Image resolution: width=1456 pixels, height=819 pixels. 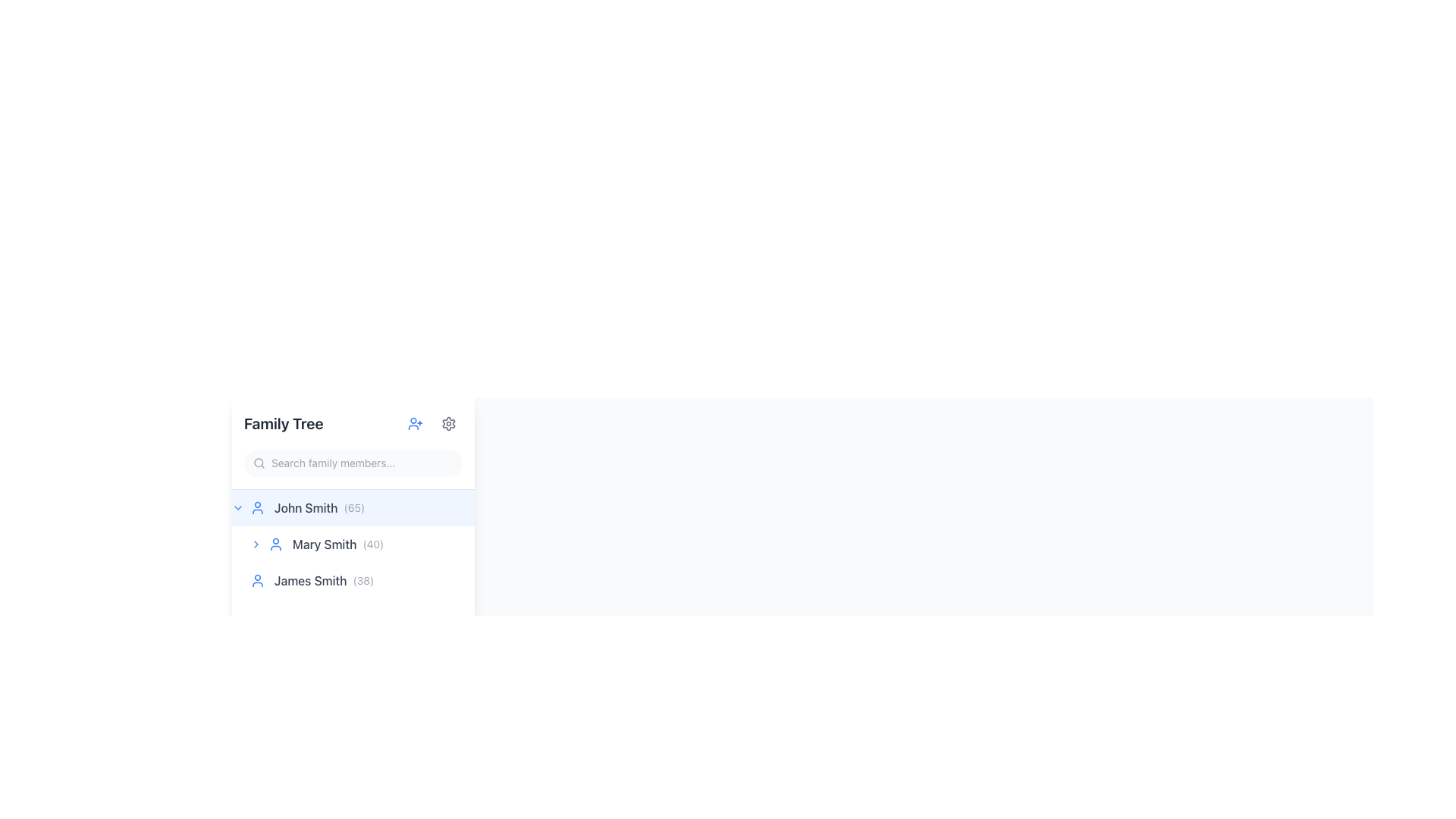 I want to click on the chevron icon located to the left of the text 'Mary Smith (40)', so click(x=256, y=543).